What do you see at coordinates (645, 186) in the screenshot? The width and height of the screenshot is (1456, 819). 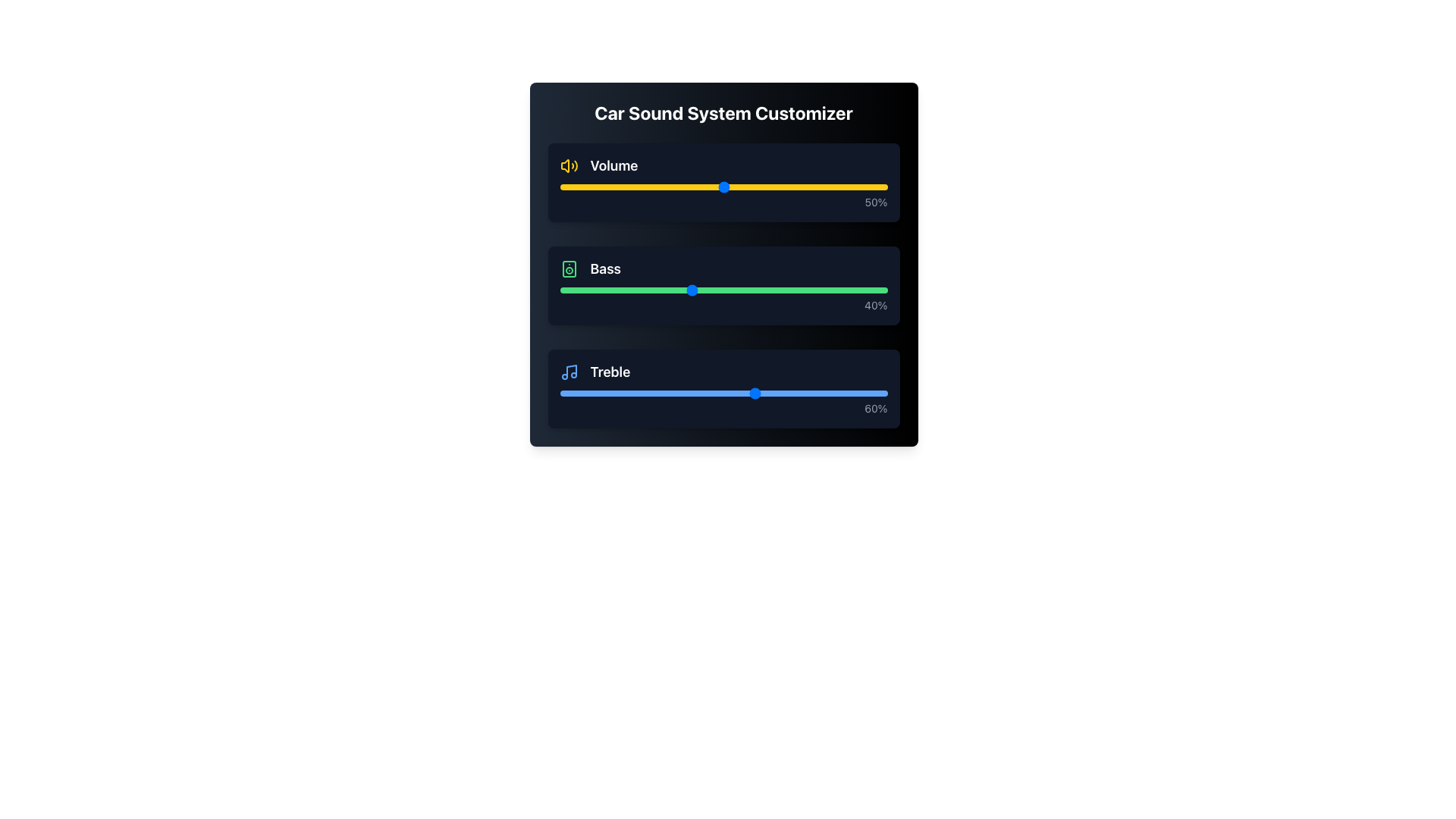 I see `volume` at bounding box center [645, 186].